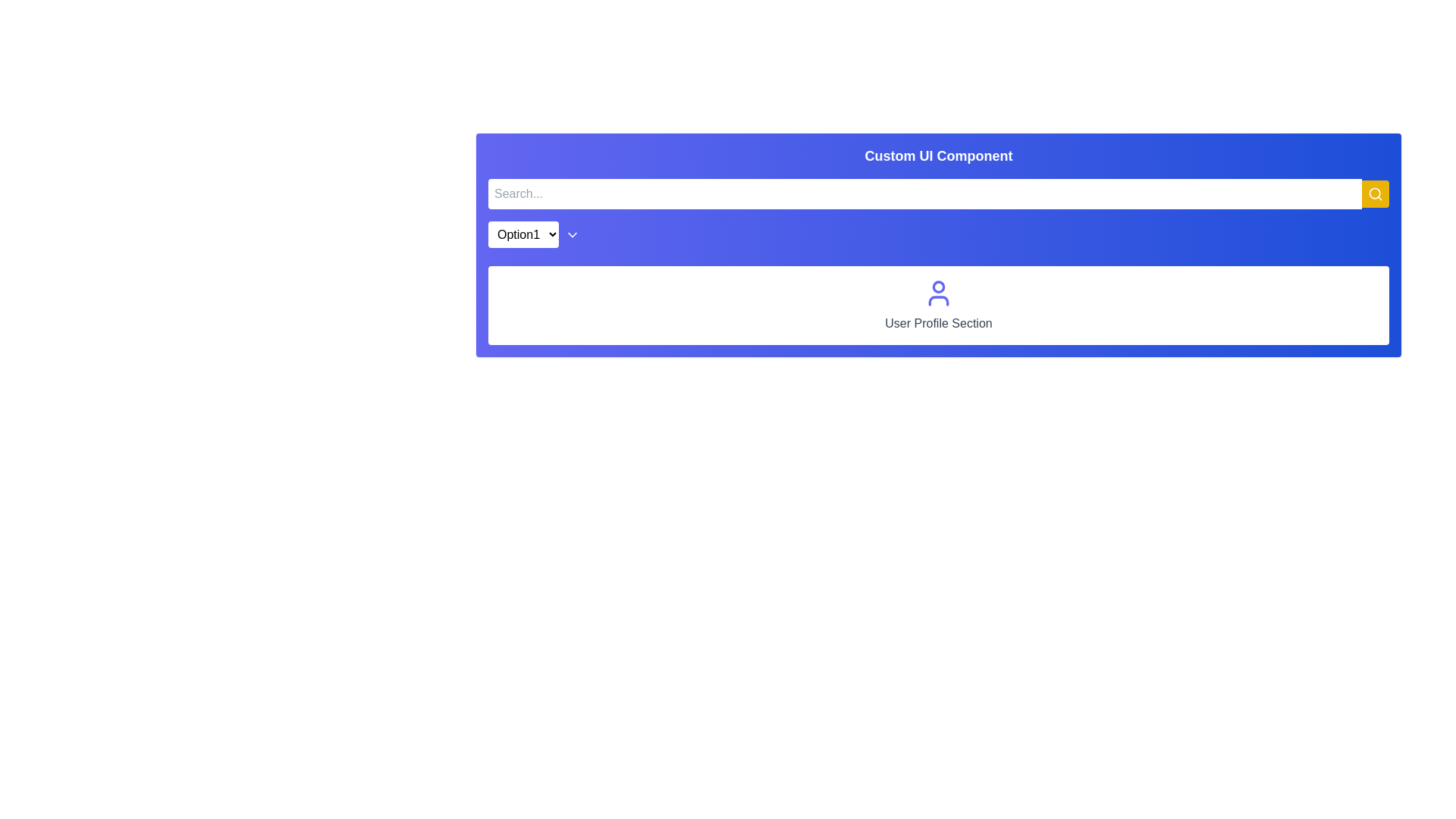 The height and width of the screenshot is (819, 1456). I want to click on the circular graphic representing the user's head in the user profile icon, which is centrally positioned above the shoulders in the user profile section, so click(938, 287).